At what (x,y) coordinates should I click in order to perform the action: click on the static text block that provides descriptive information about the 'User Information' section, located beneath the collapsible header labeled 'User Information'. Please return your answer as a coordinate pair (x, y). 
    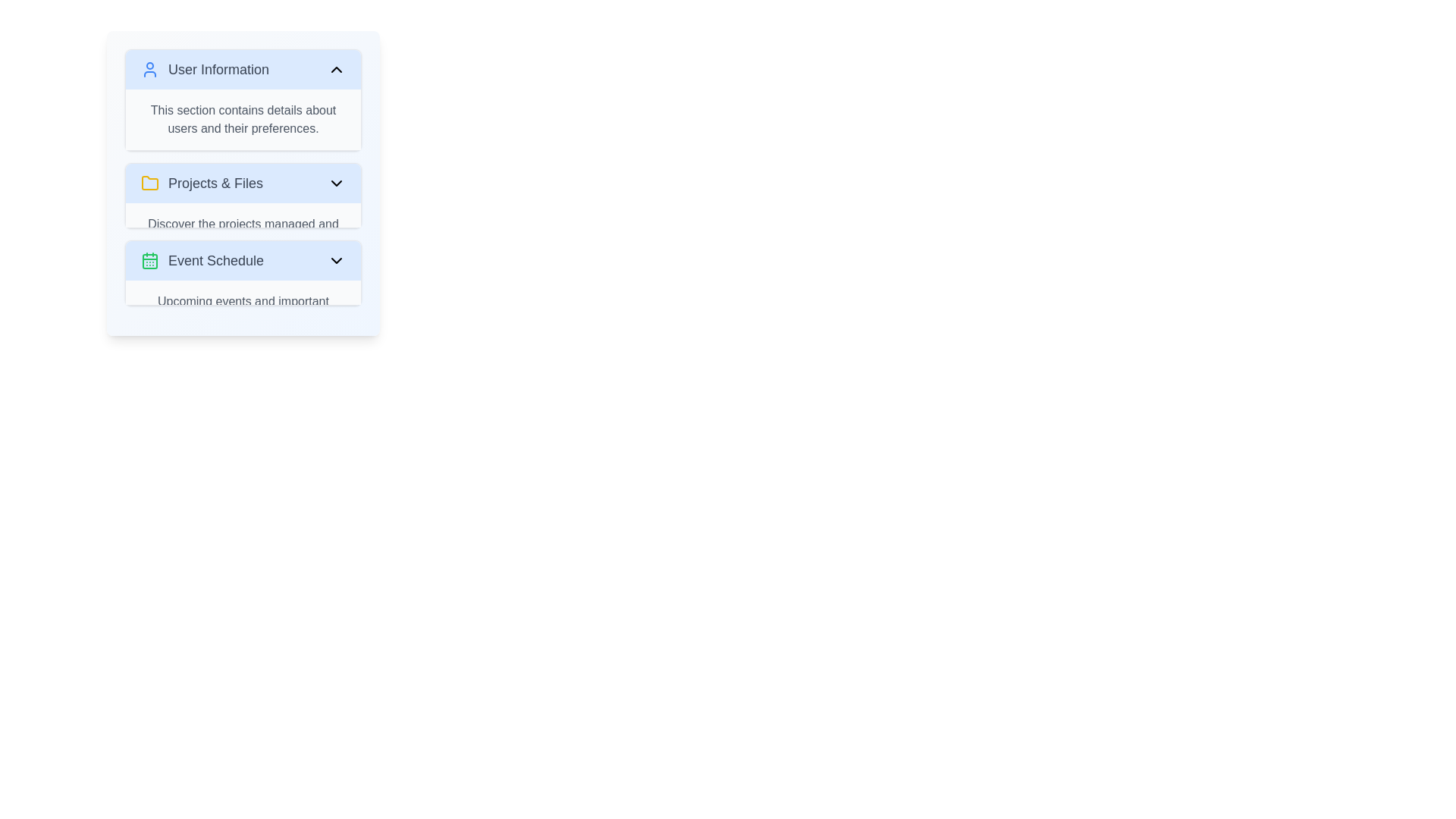
    Looking at the image, I should click on (243, 119).